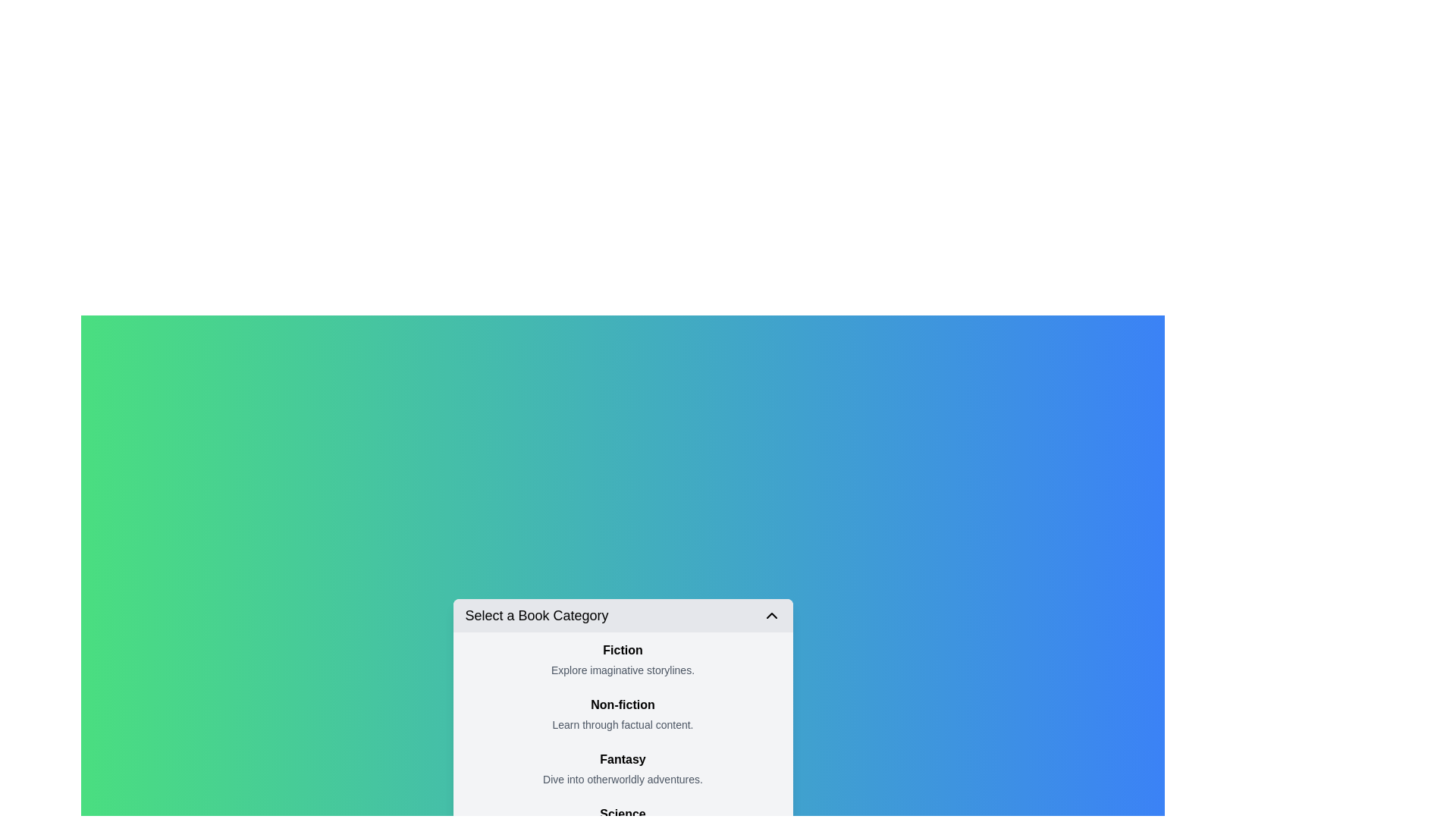 This screenshot has width=1456, height=819. Describe the element at coordinates (623, 760) in the screenshot. I see `the text label that says 'Fantasy', which is a bold header on a light-gray background, located at the center of the bounding box coordinates` at that location.